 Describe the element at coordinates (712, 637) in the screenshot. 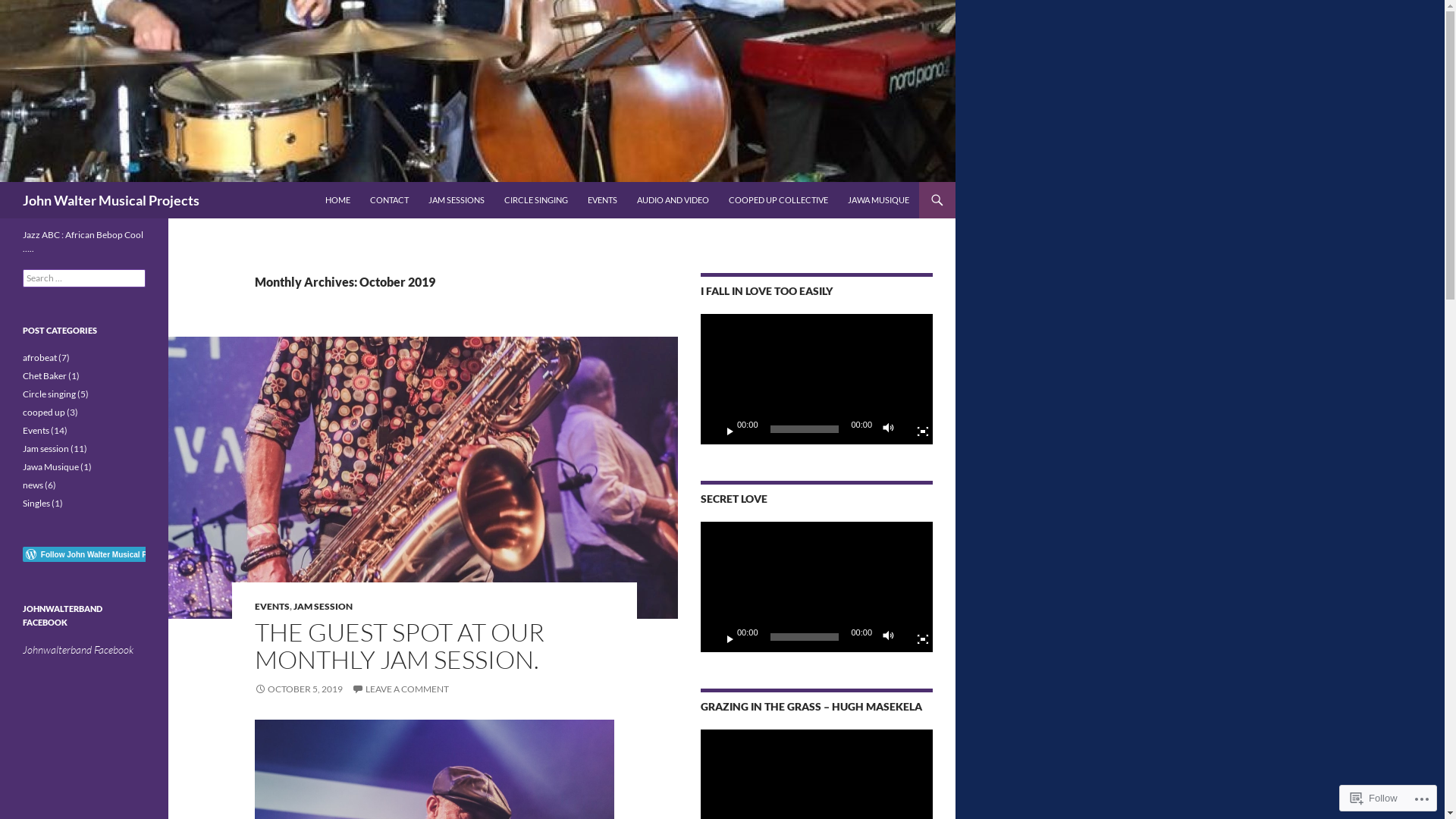

I see `'Play'` at that location.